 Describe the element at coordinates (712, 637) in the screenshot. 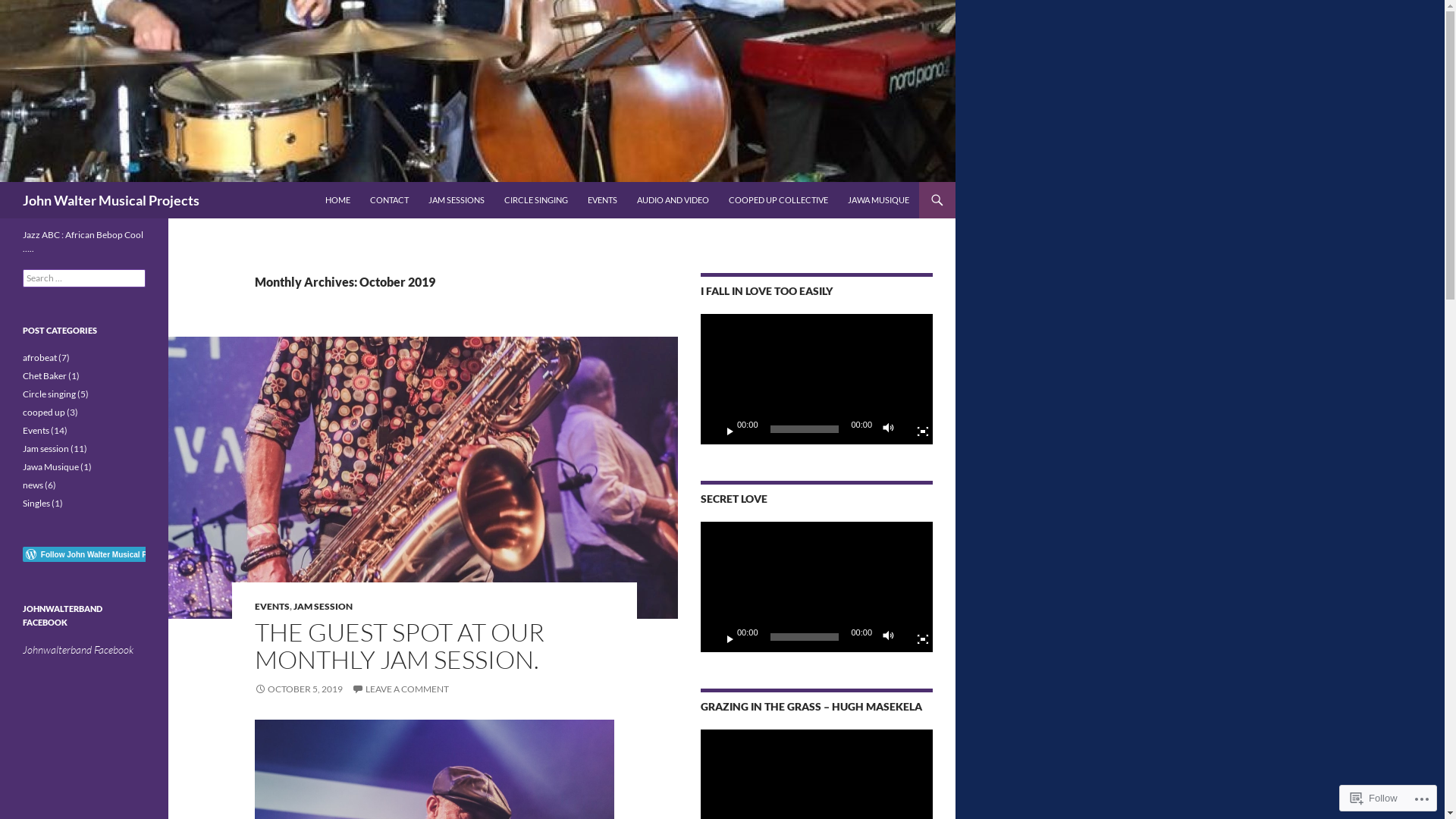

I see `'Play'` at that location.